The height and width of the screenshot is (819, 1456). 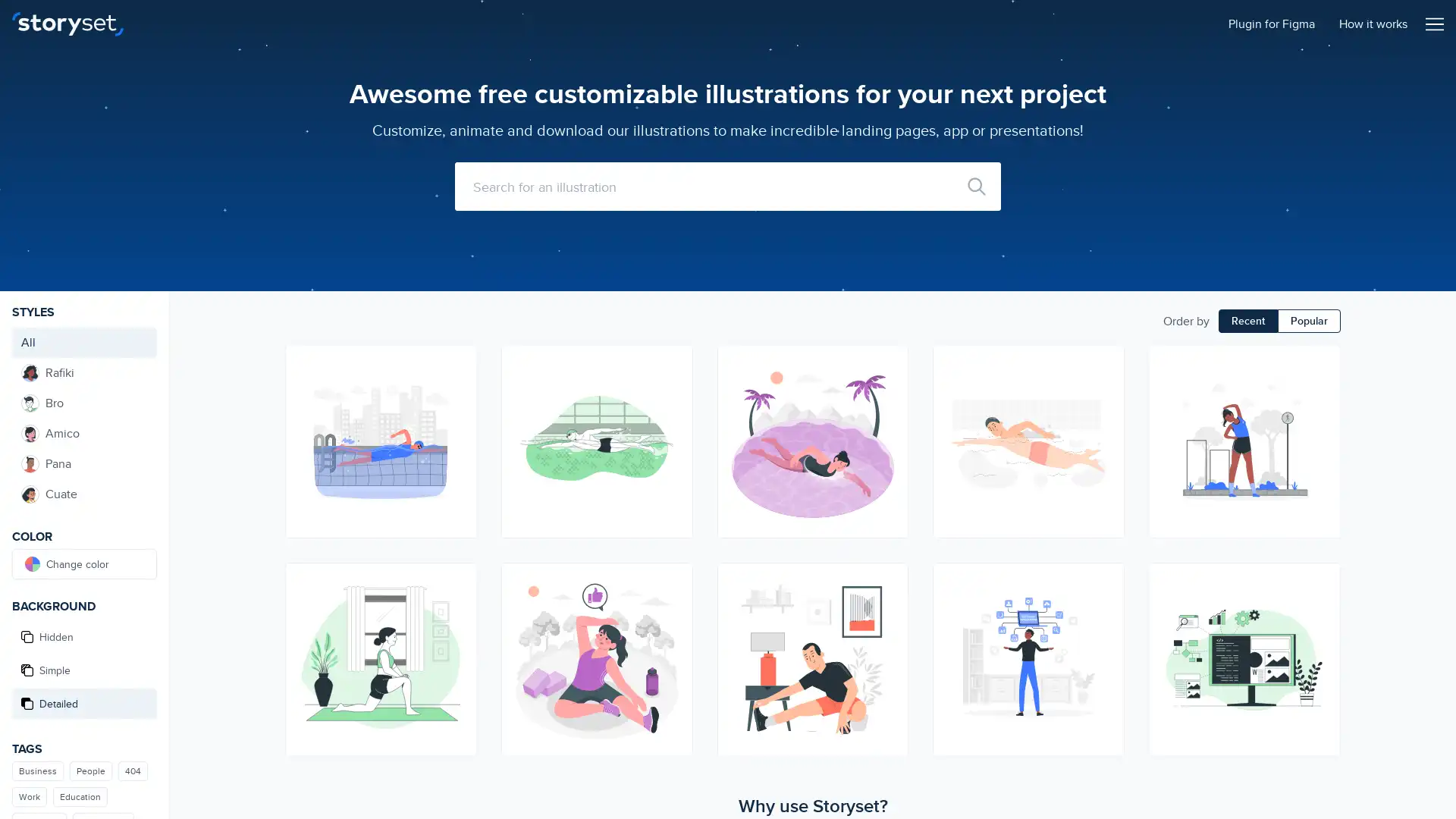 I want to click on Pinterest icon Save, so click(x=1320, y=418).